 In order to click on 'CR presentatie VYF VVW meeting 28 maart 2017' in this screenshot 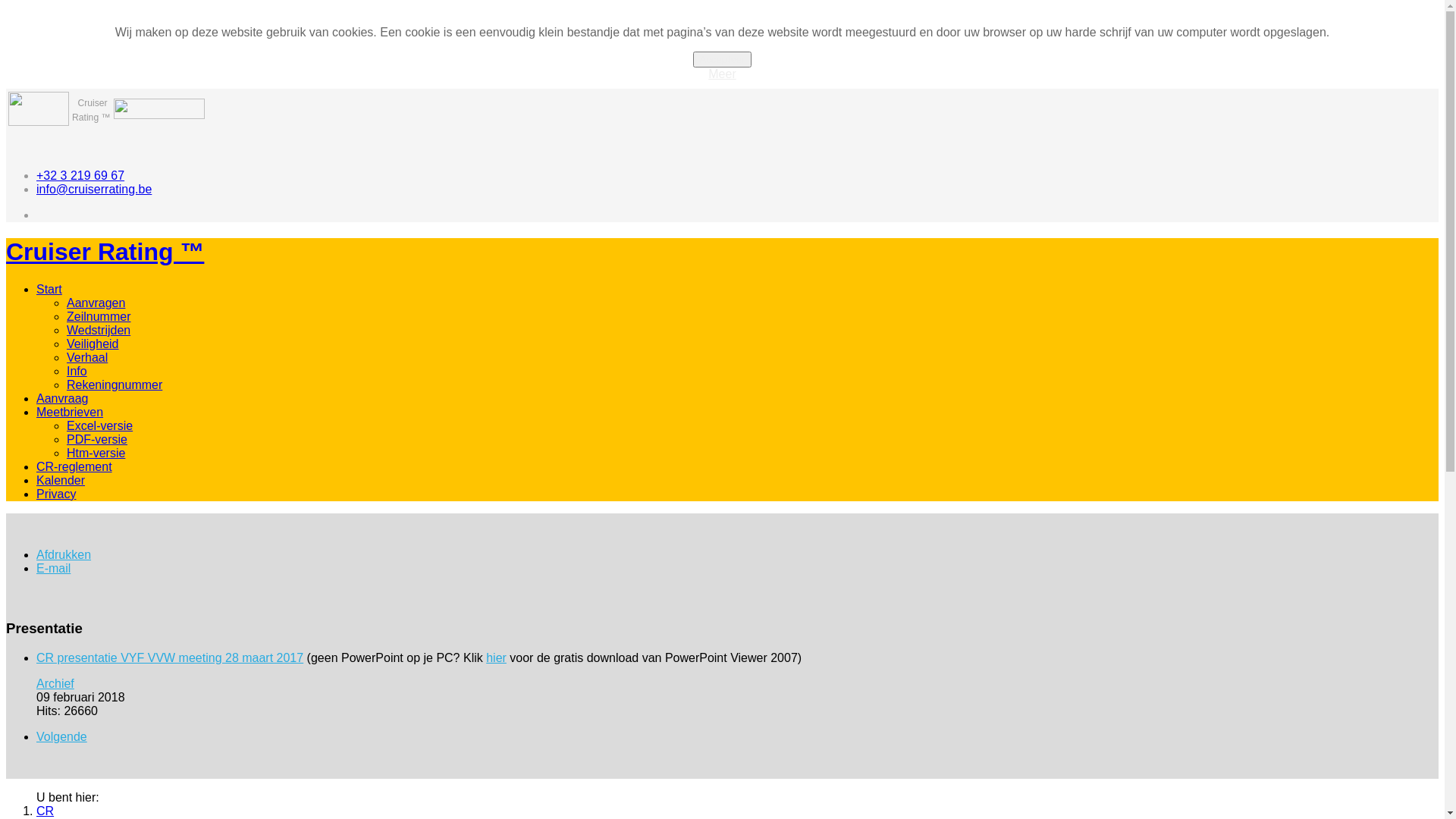, I will do `click(170, 657)`.